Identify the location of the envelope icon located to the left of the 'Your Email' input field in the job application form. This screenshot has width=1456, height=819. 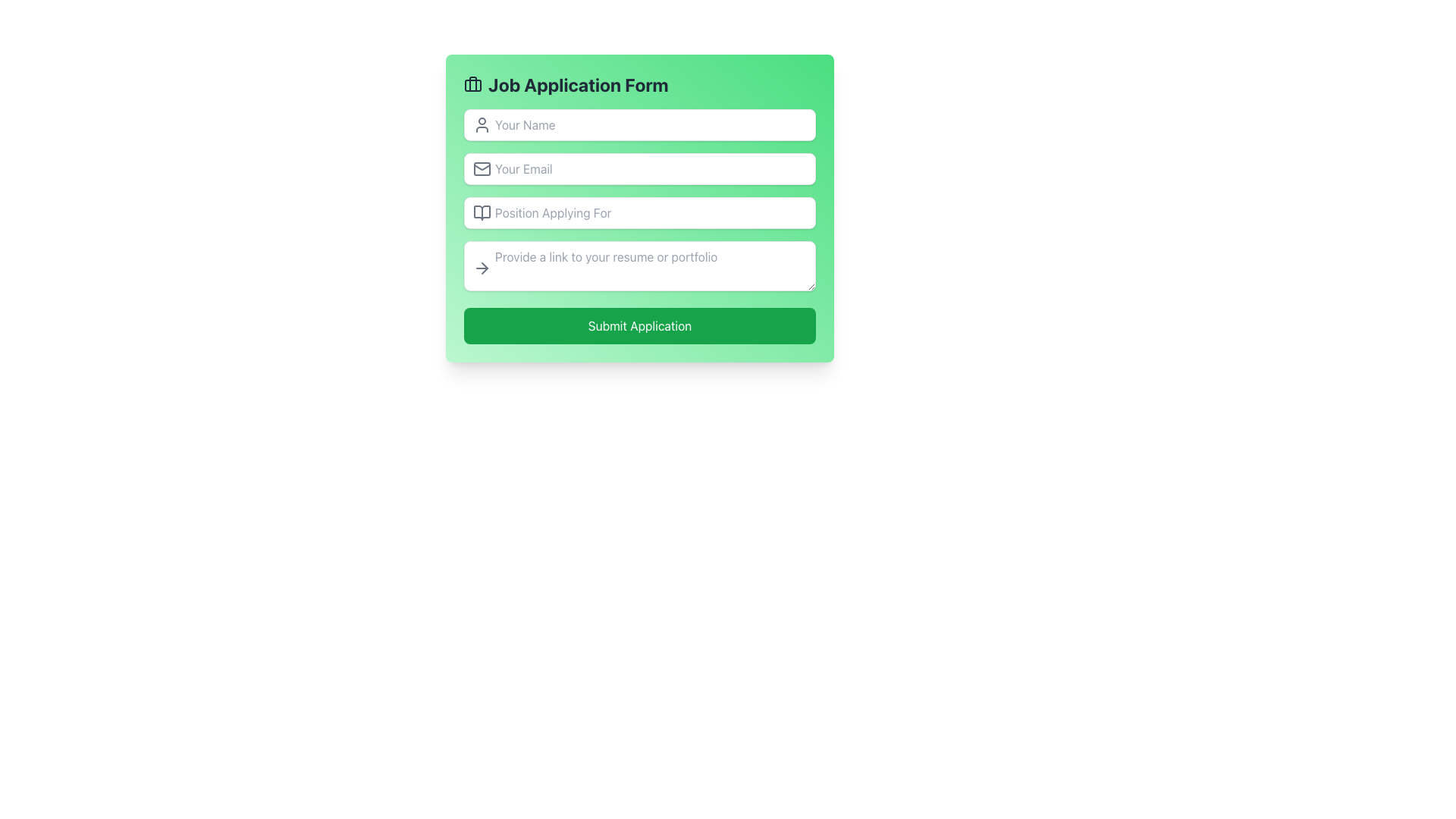
(481, 169).